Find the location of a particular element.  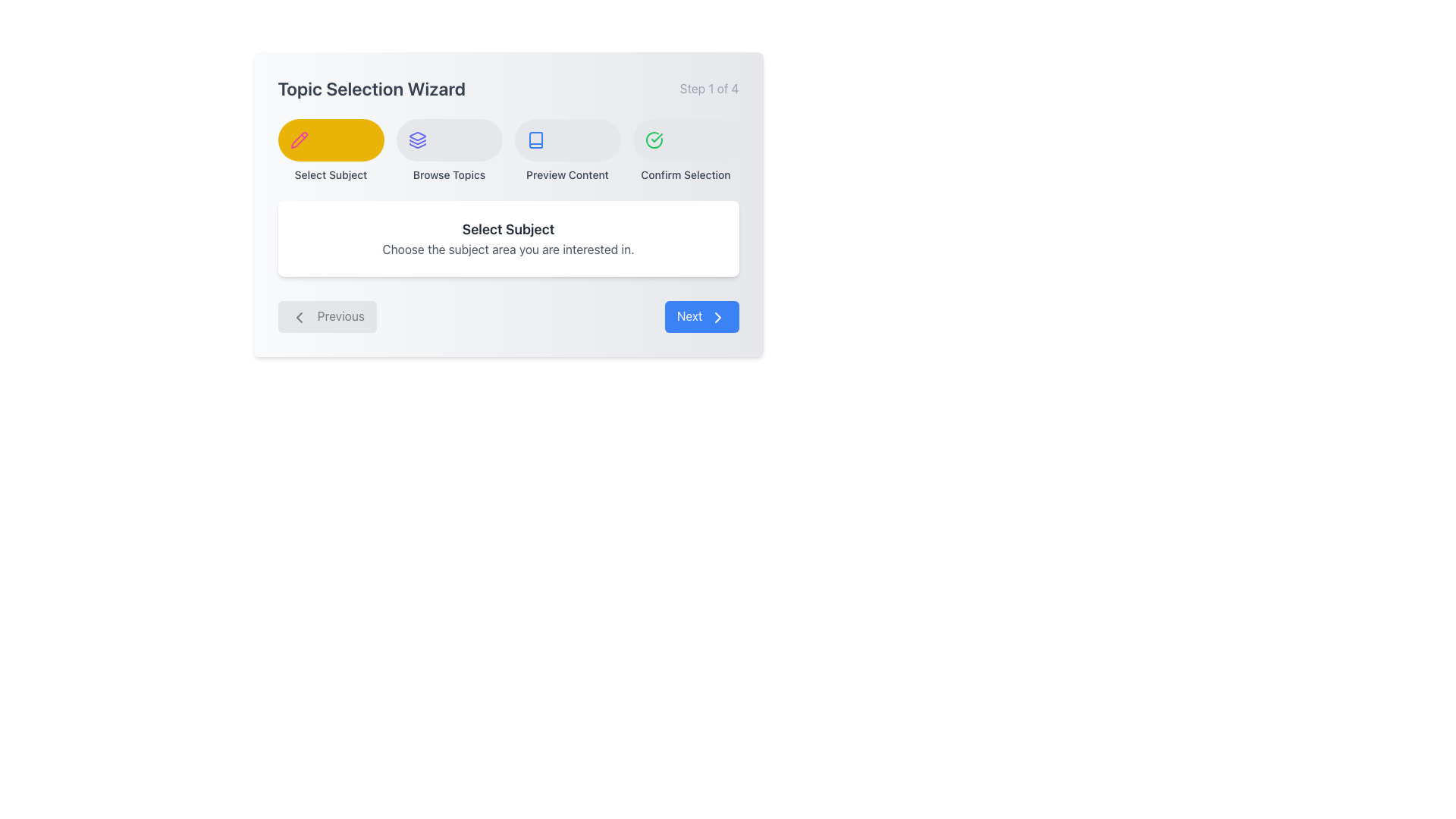

the vector graphic within the SVG element that is part of the pencil icon on the leftmost option in the horizontal navigation section of the dialog box, enhancing the button labeled 'Select Subject' is located at coordinates (299, 140).